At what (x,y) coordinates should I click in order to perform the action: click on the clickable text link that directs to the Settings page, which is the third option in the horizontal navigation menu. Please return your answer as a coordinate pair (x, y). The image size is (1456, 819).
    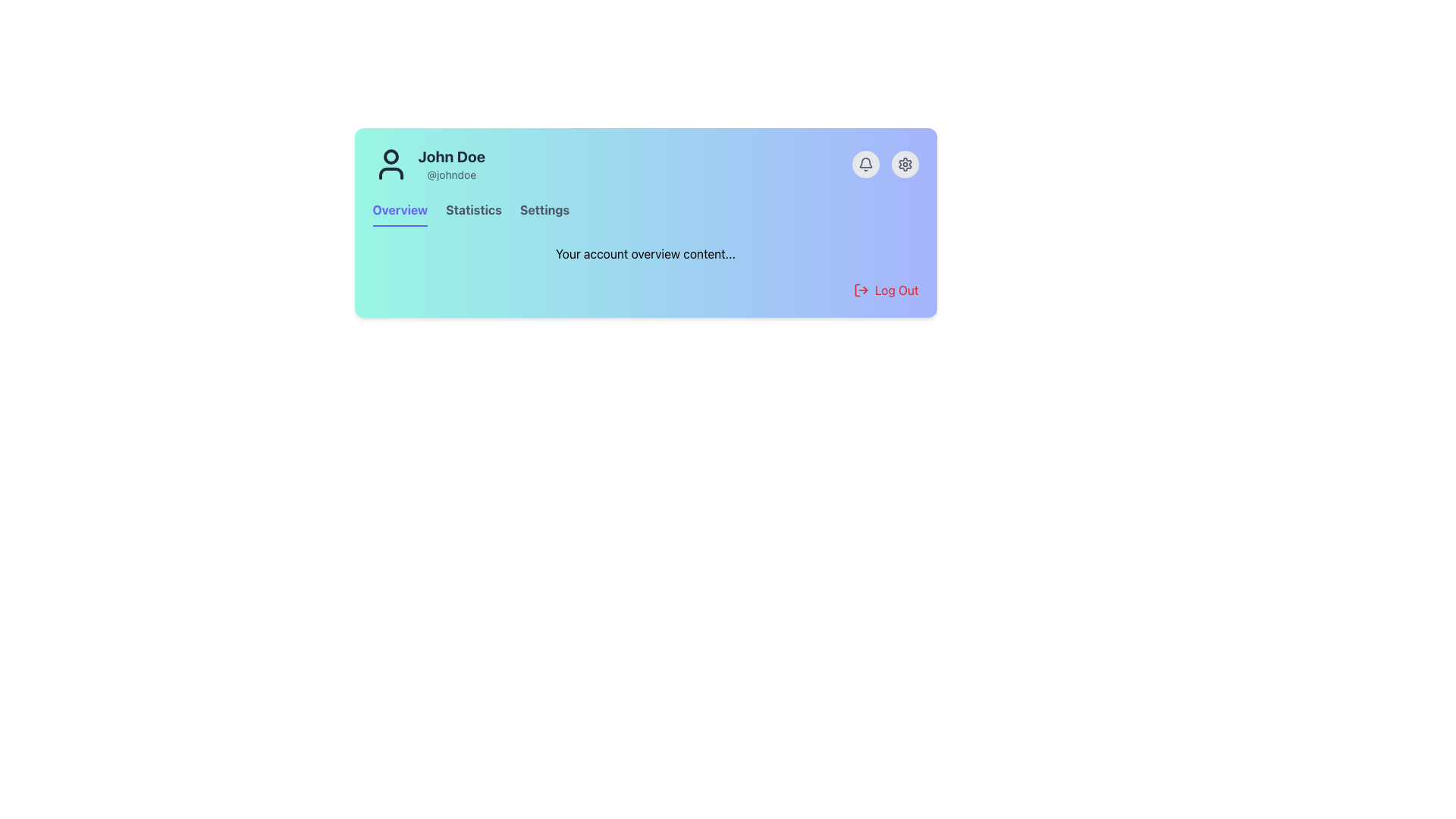
    Looking at the image, I should click on (544, 213).